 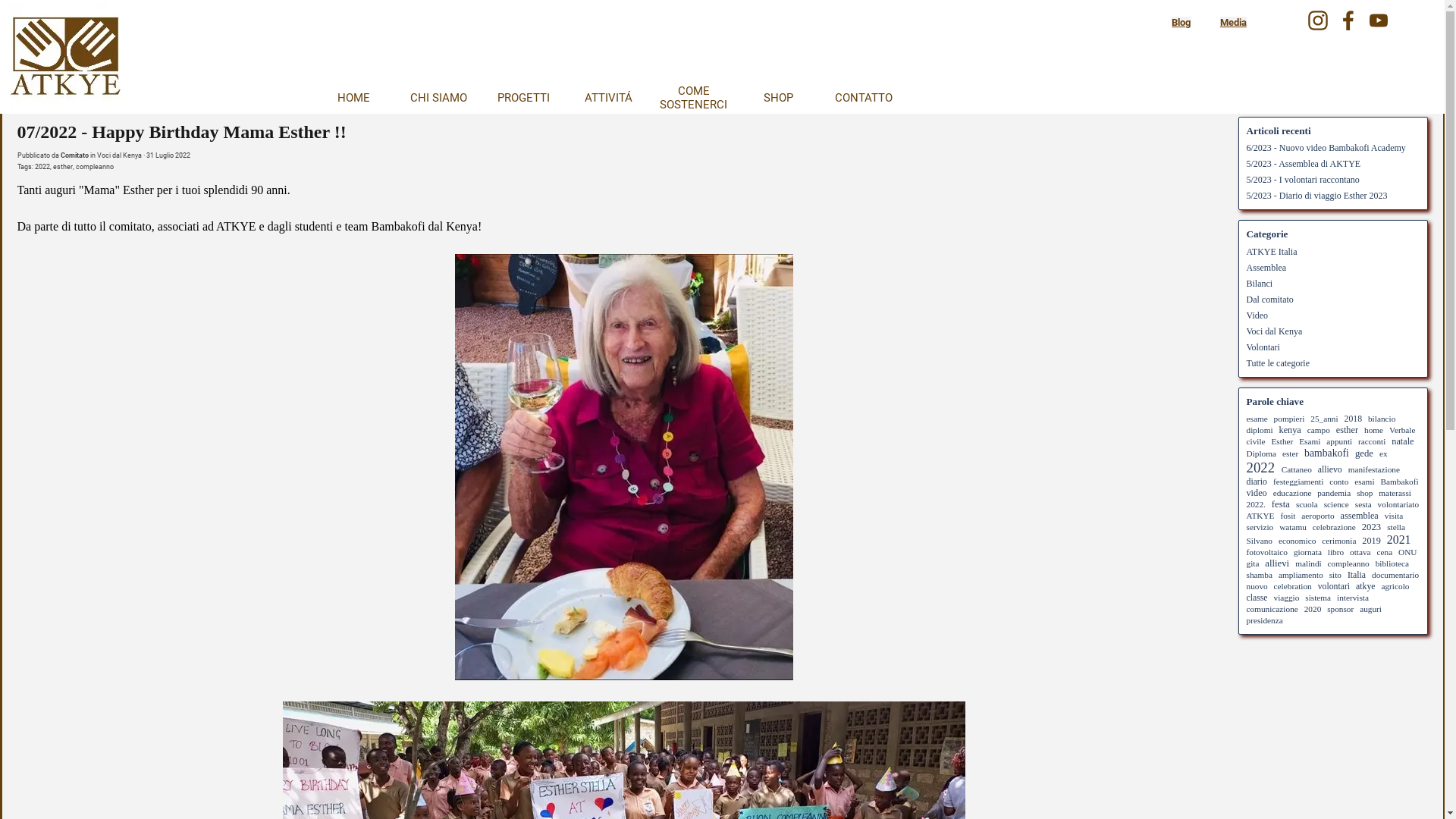 What do you see at coordinates (1370, 607) in the screenshot?
I see `'auguri'` at bounding box center [1370, 607].